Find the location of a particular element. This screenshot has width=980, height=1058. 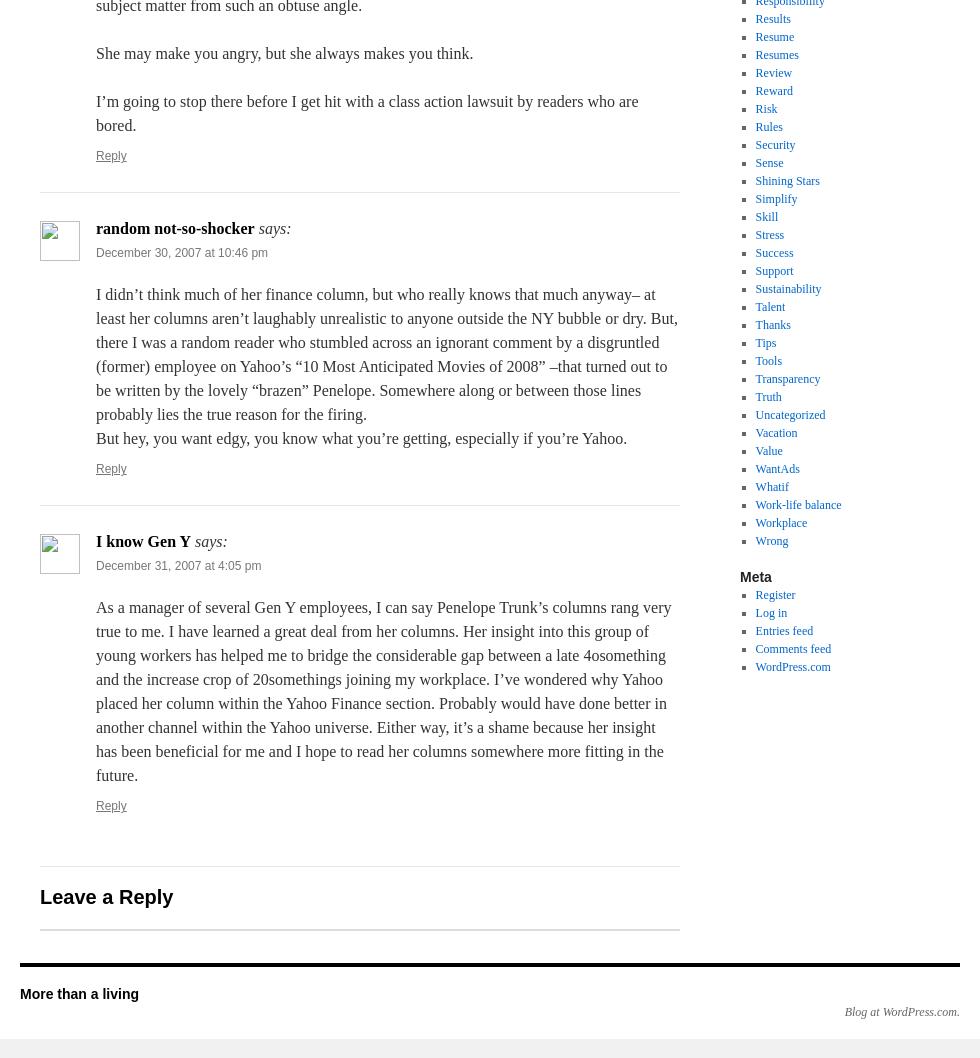

'Value' is located at coordinates (768, 450).